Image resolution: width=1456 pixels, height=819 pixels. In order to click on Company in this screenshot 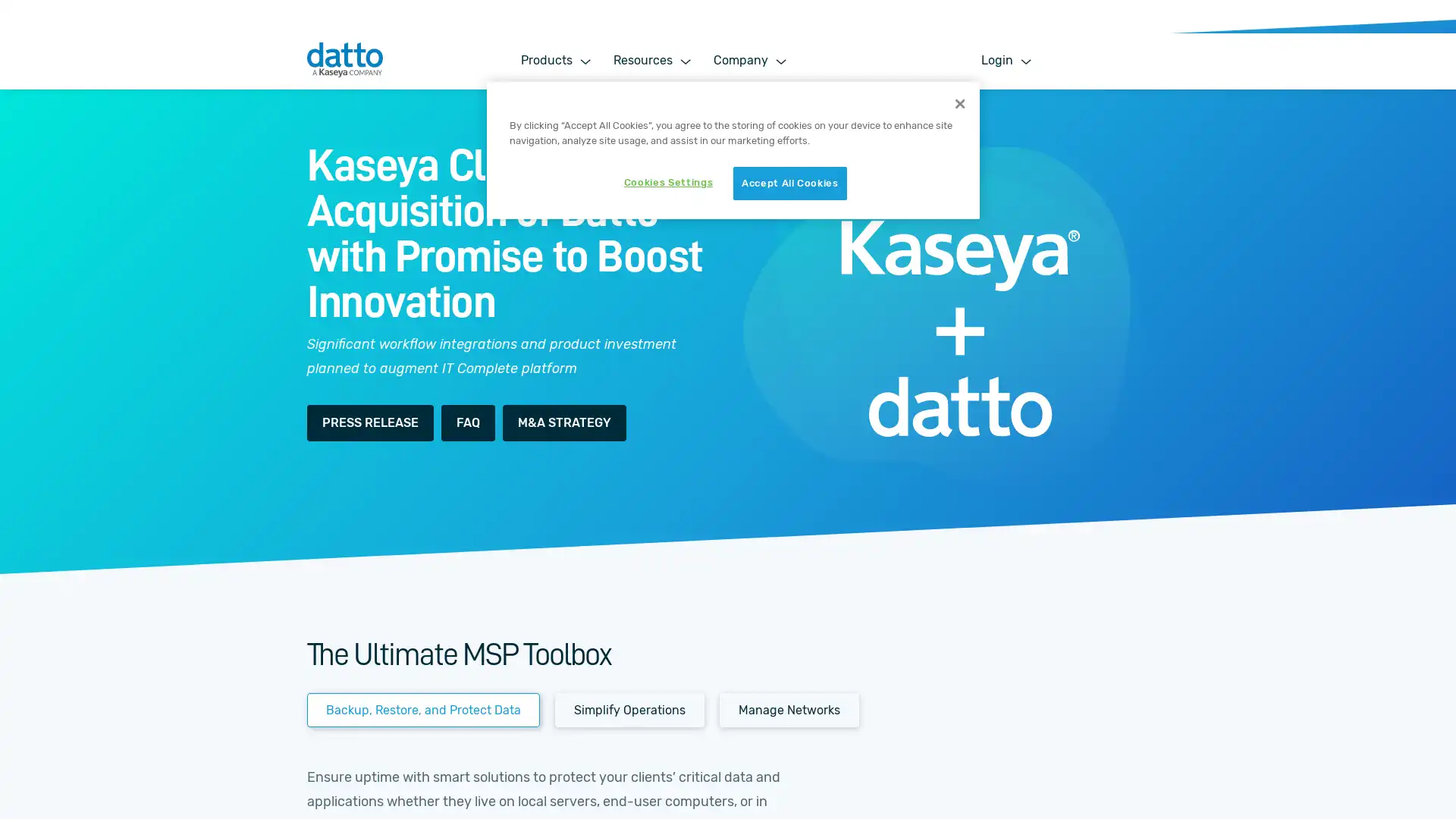, I will do `click(736, 60)`.